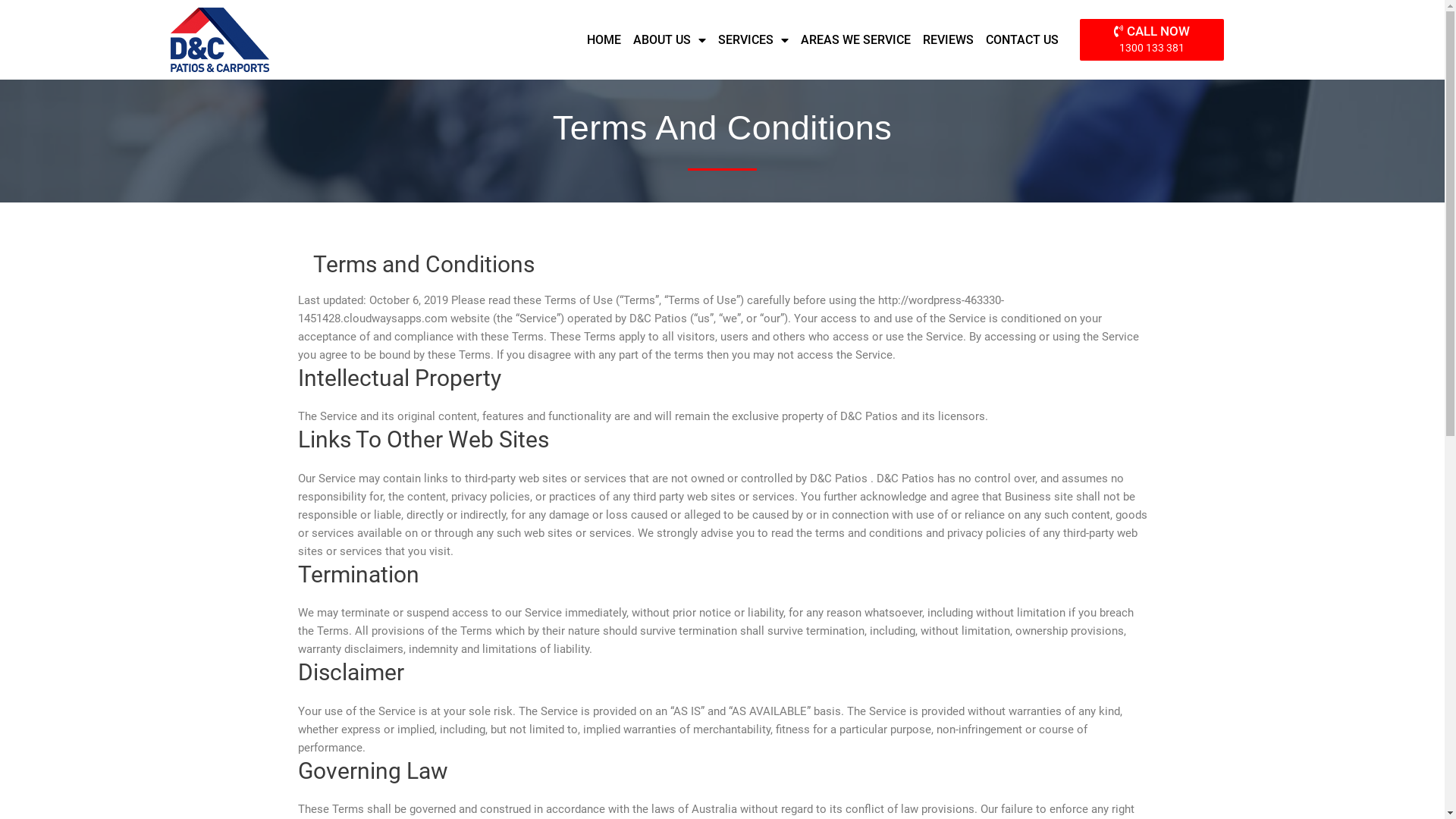 The height and width of the screenshot is (819, 1456). What do you see at coordinates (669, 38) in the screenshot?
I see `'ABOUT US'` at bounding box center [669, 38].